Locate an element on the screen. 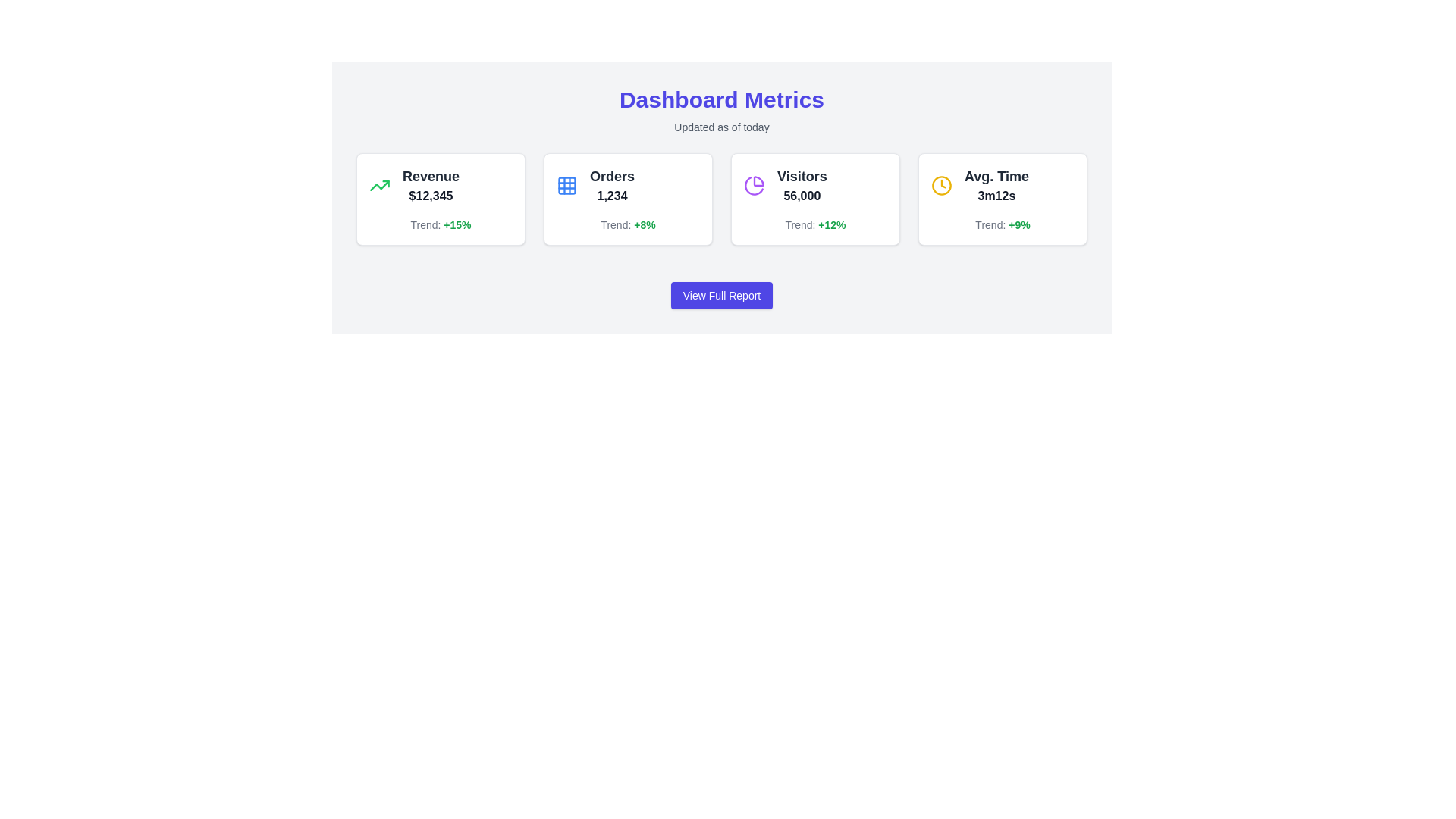 The width and height of the screenshot is (1456, 819). the clock icon representing the 'Avg. Time' metric, which is located in the rightmost position among the four summary cards, above the text 'Avg. Time 3m12s' is located at coordinates (941, 185).